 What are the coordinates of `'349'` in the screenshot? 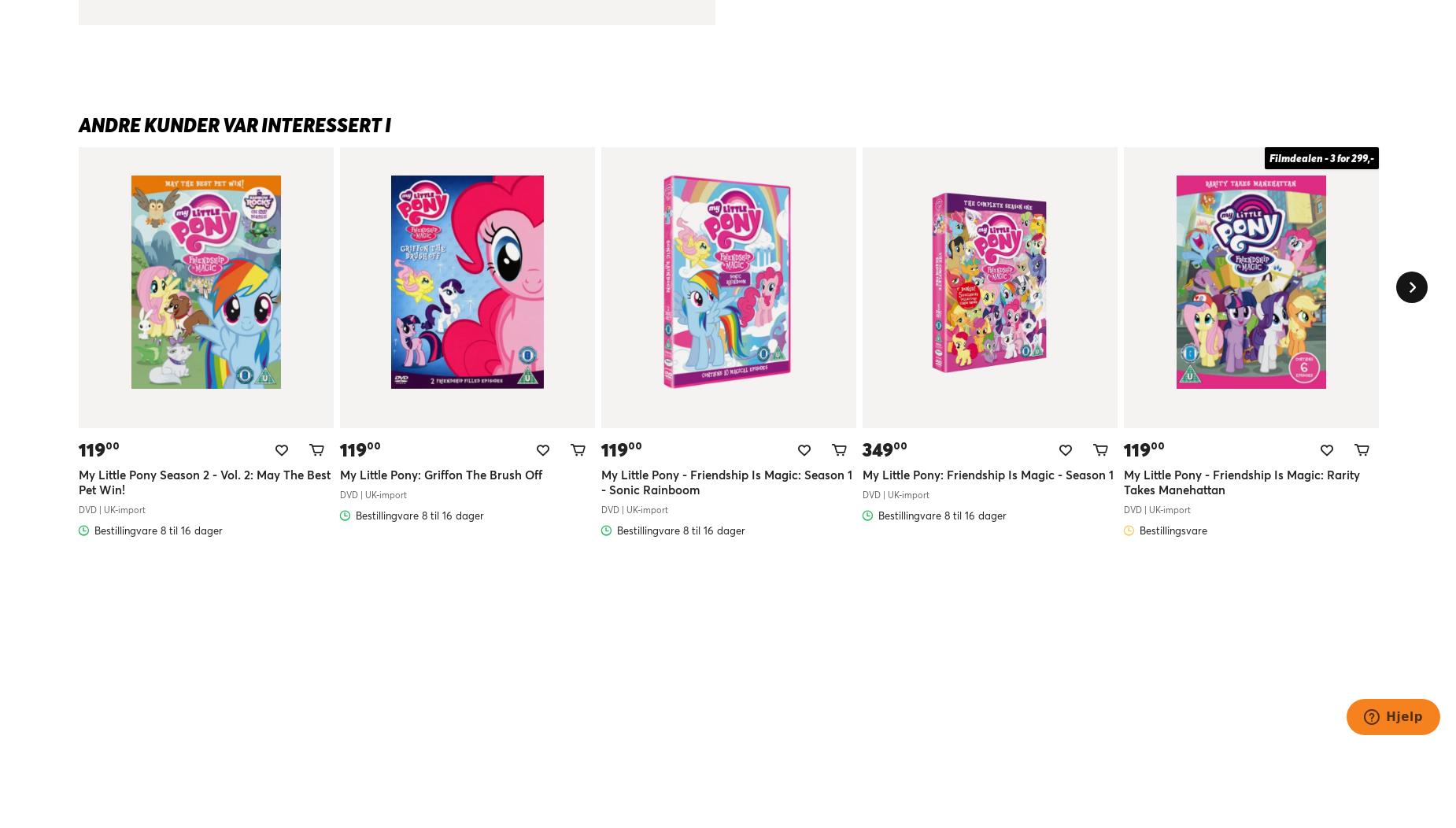 It's located at (861, 449).